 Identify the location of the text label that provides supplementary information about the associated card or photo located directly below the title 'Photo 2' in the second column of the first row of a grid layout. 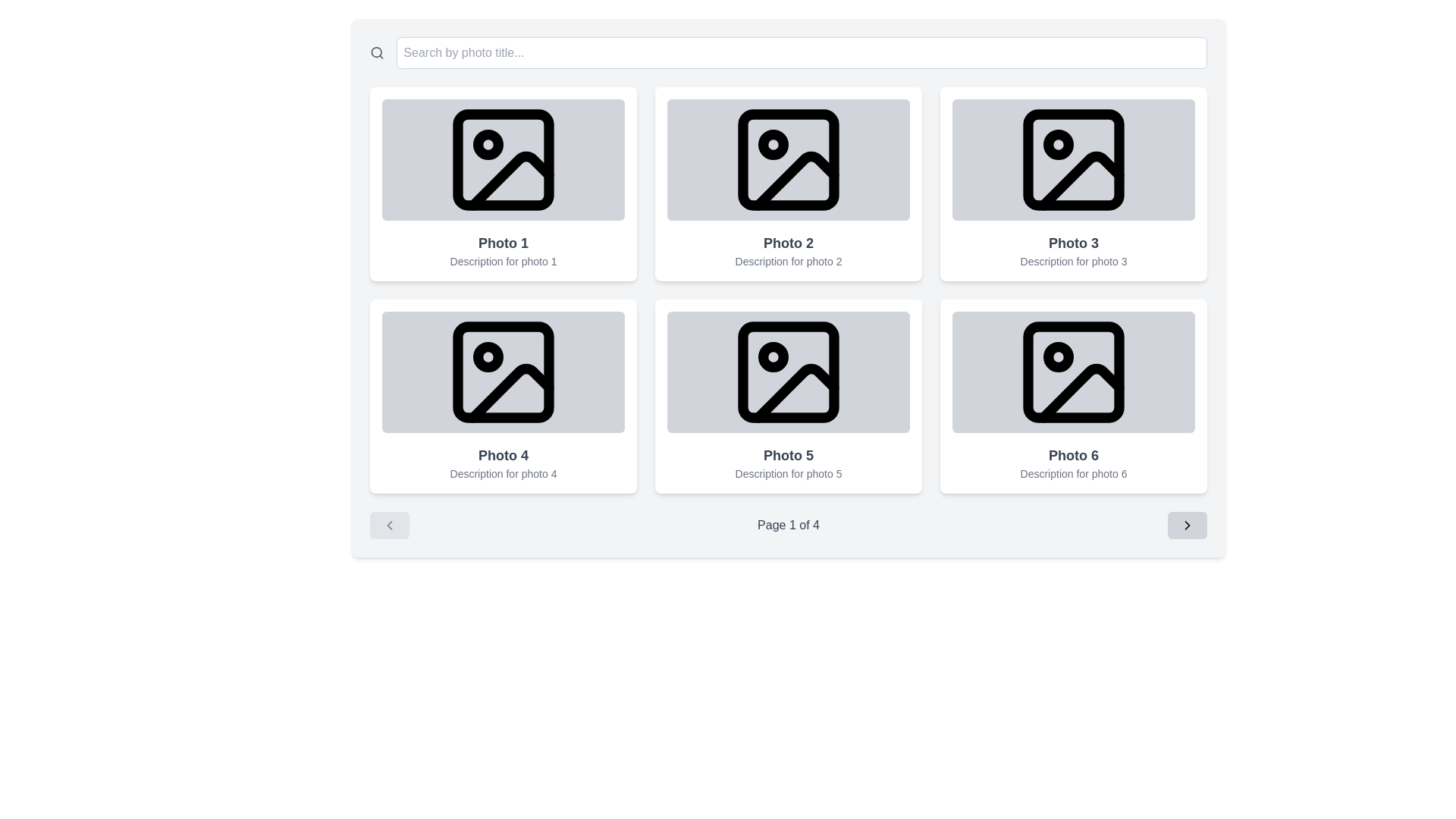
(789, 260).